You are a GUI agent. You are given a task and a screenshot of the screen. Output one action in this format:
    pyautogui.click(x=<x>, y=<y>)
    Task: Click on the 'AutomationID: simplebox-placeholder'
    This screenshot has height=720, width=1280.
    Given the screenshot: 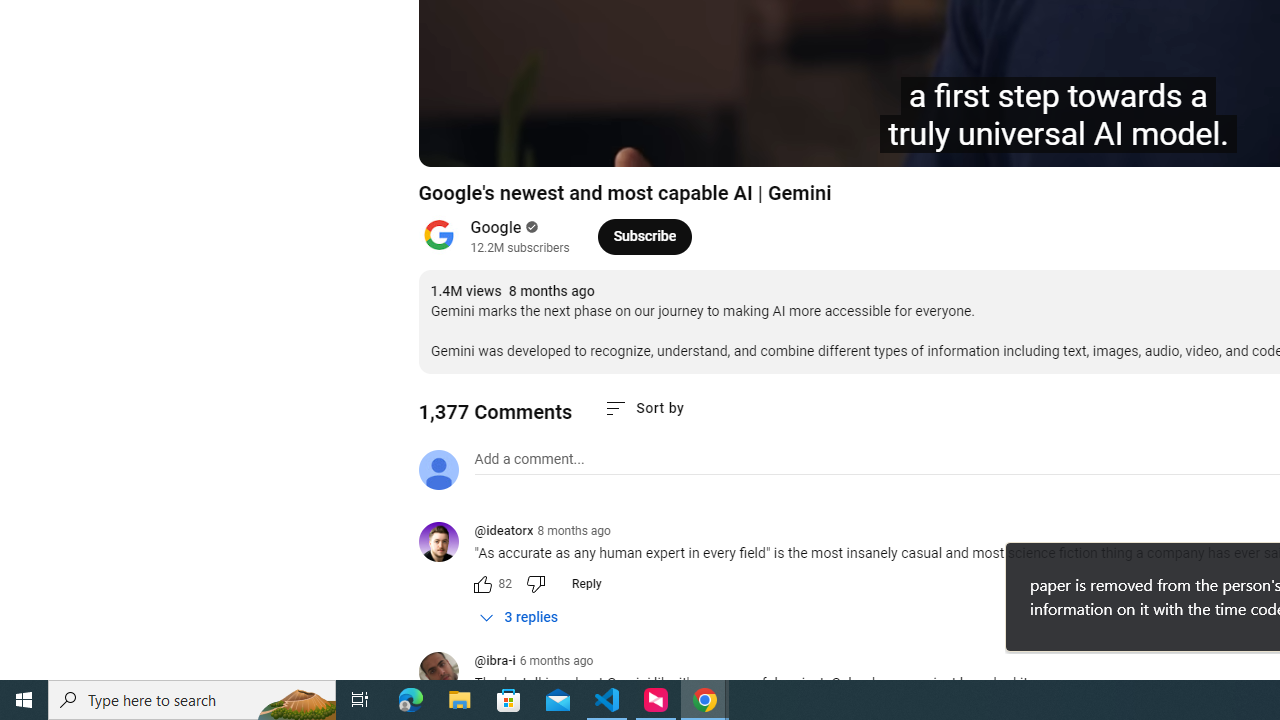 What is the action you would take?
    pyautogui.click(x=529, y=459)
    